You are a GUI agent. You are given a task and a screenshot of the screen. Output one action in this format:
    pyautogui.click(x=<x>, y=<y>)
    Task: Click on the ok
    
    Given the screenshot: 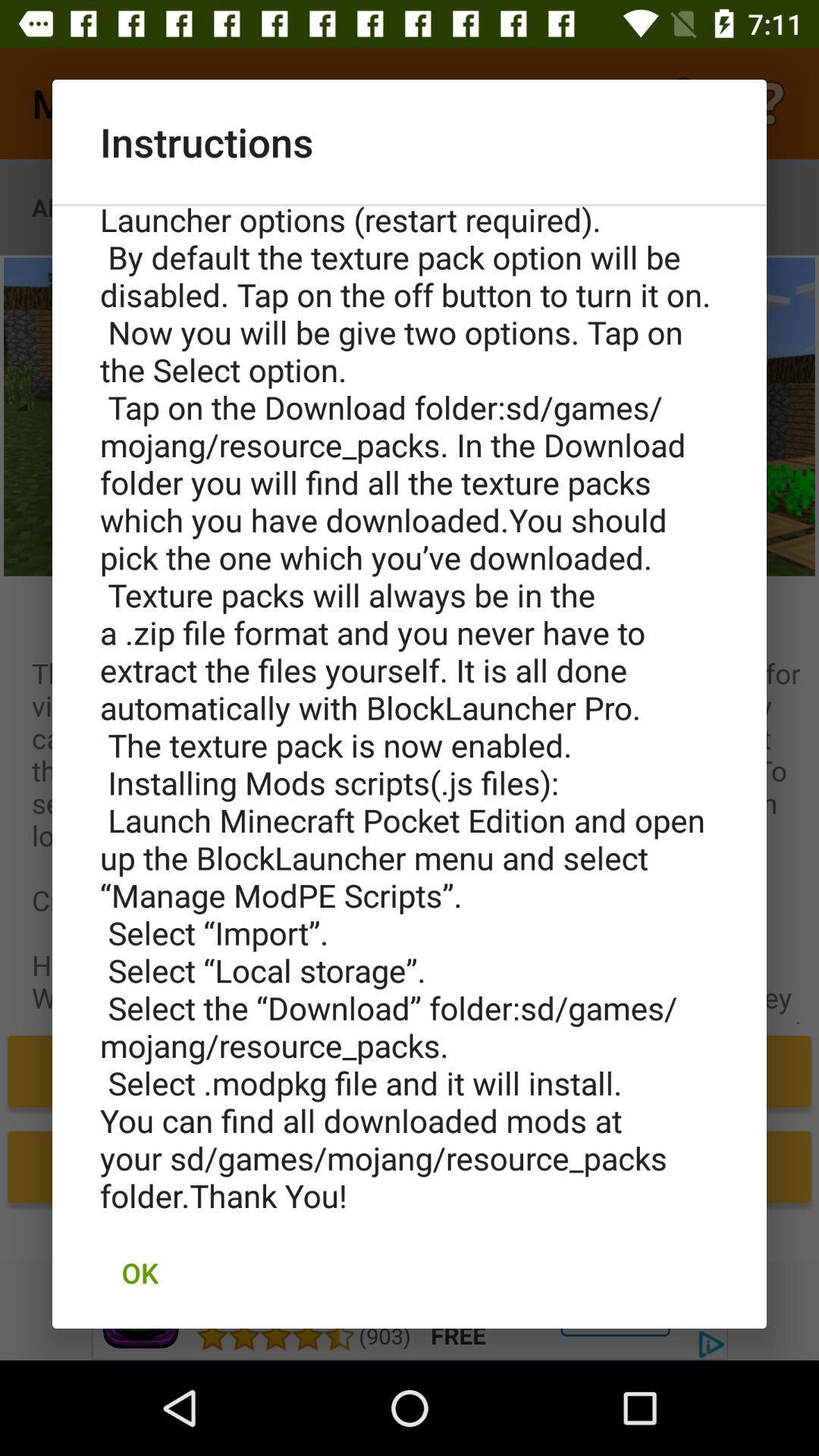 What is the action you would take?
    pyautogui.click(x=140, y=1272)
    